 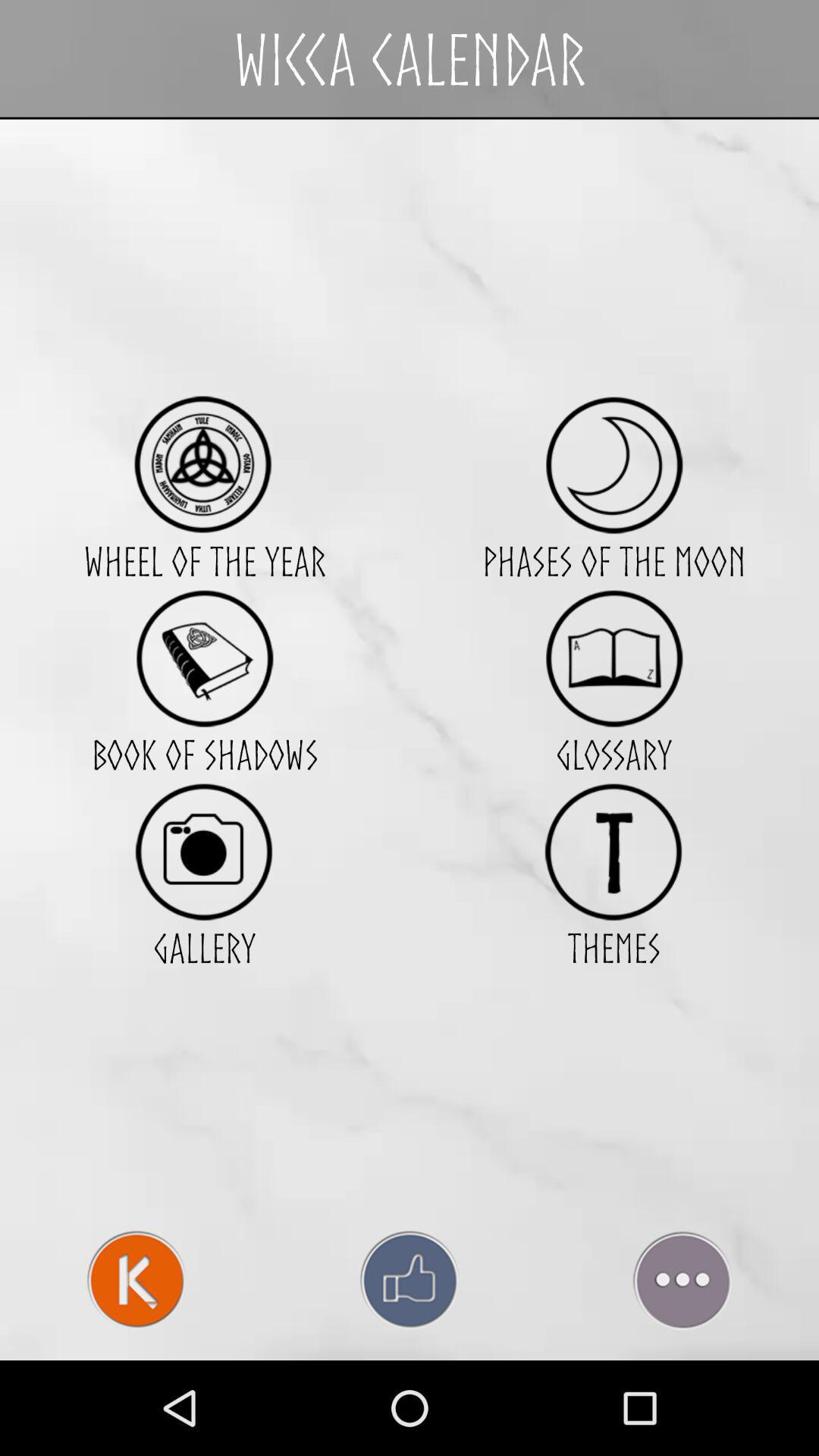 What do you see at coordinates (203, 704) in the screenshot?
I see `the book icon` at bounding box center [203, 704].